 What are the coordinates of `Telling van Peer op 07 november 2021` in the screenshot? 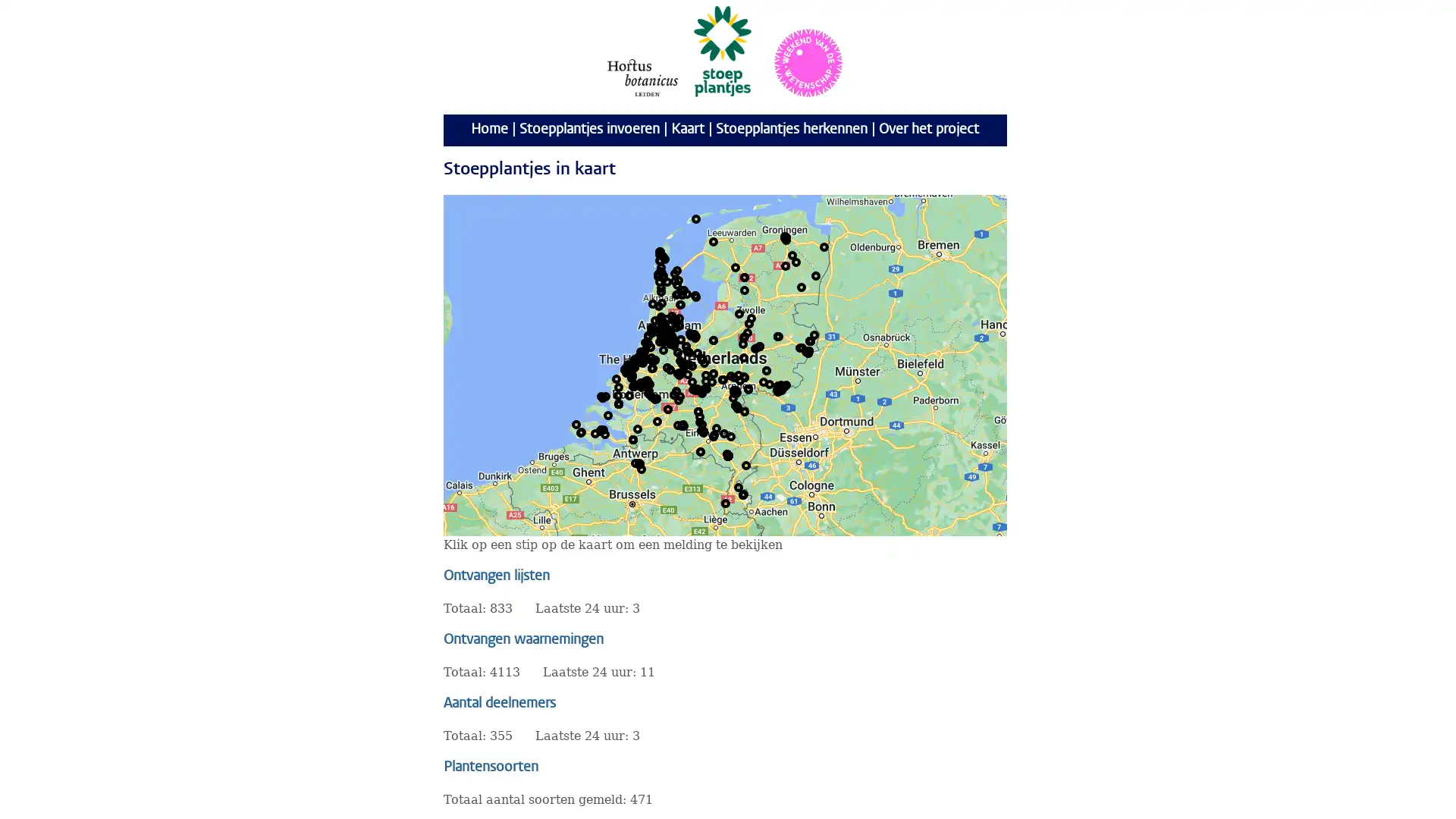 It's located at (657, 421).